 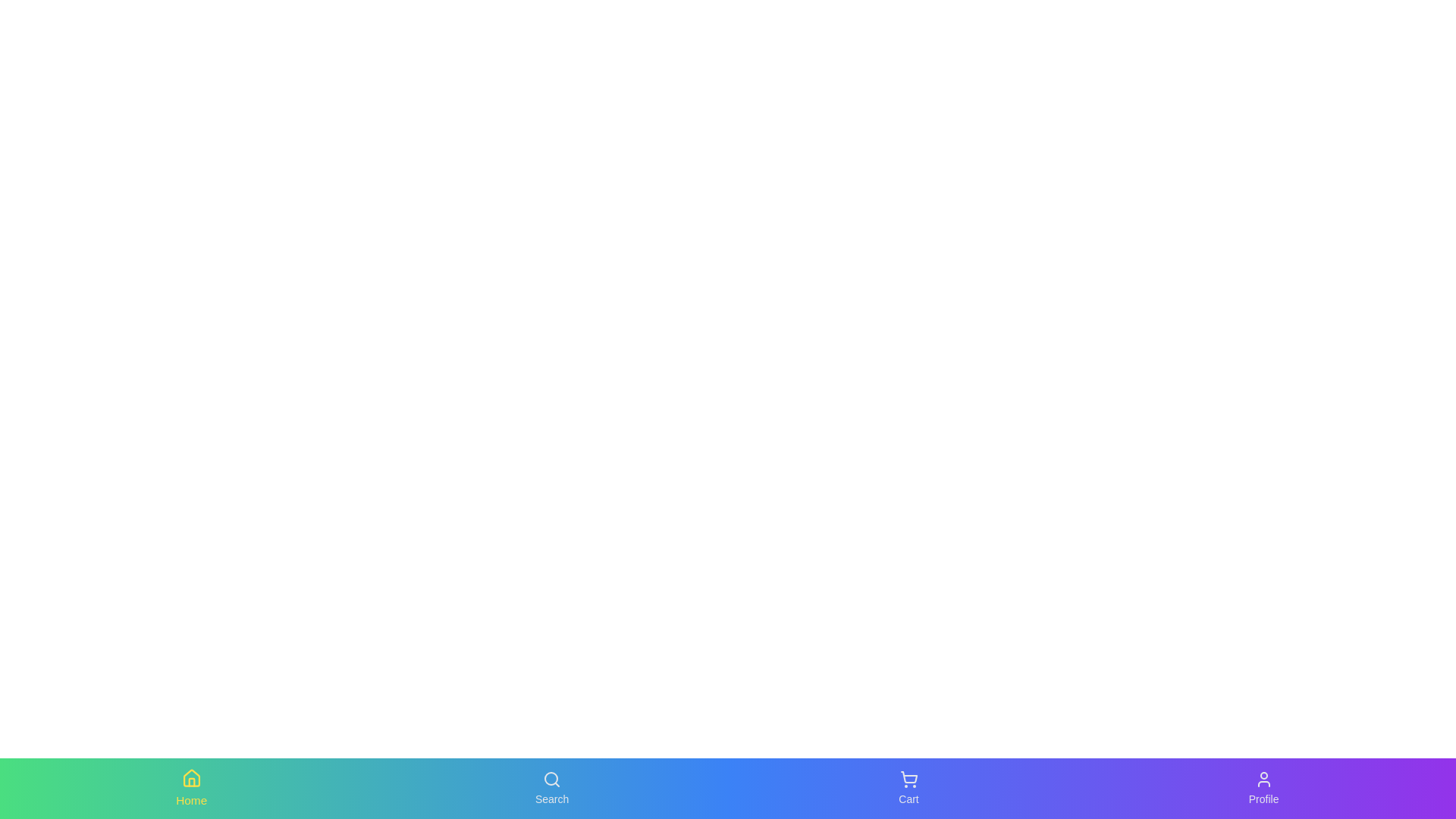 What do you see at coordinates (1263, 788) in the screenshot?
I see `the navigation button that directs to the profile page, which is the fourth element in the horizontal navigation bar` at bounding box center [1263, 788].